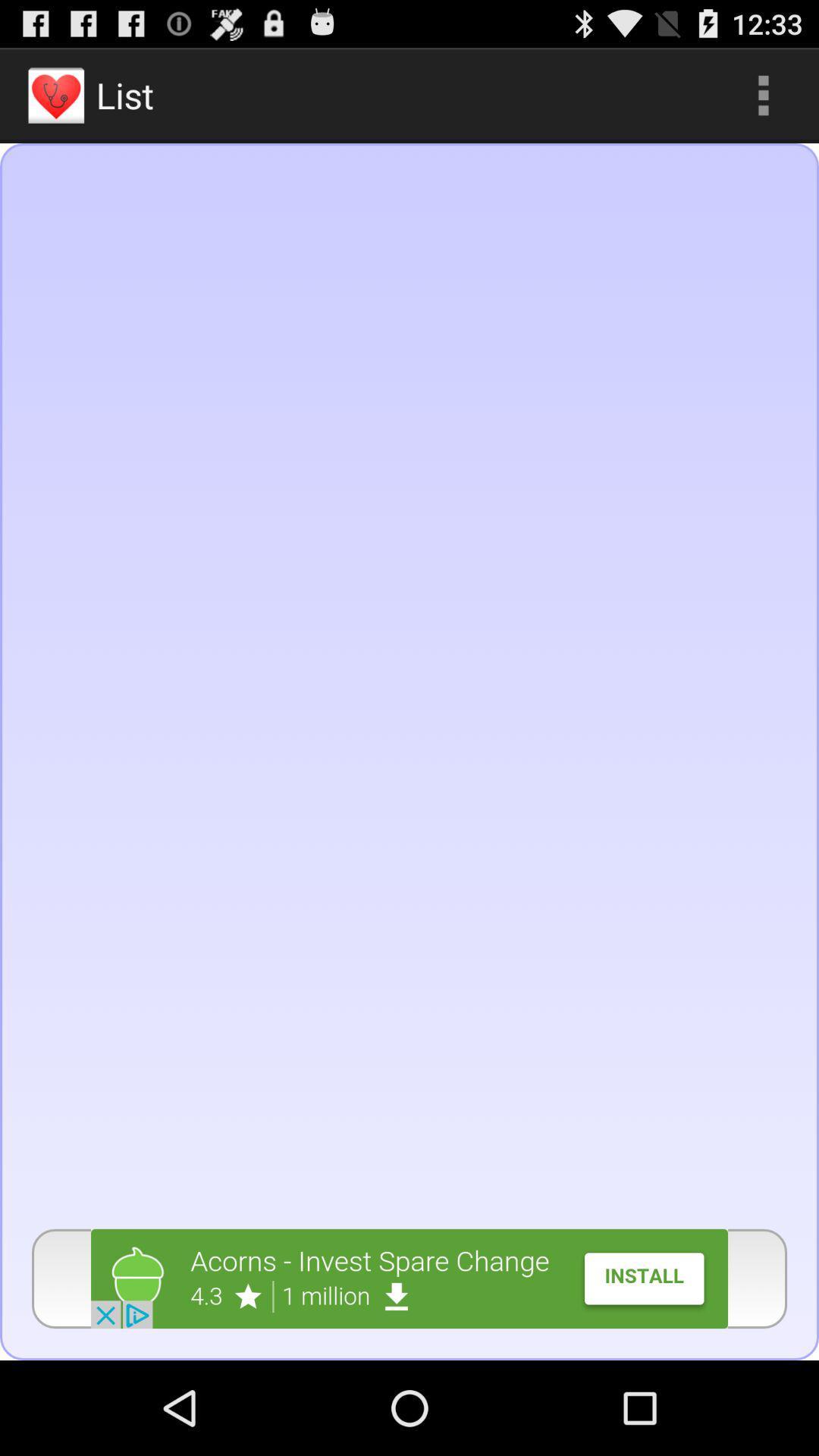 The height and width of the screenshot is (1456, 819). Describe the element at coordinates (409, 1278) in the screenshot. I see `install the app` at that location.